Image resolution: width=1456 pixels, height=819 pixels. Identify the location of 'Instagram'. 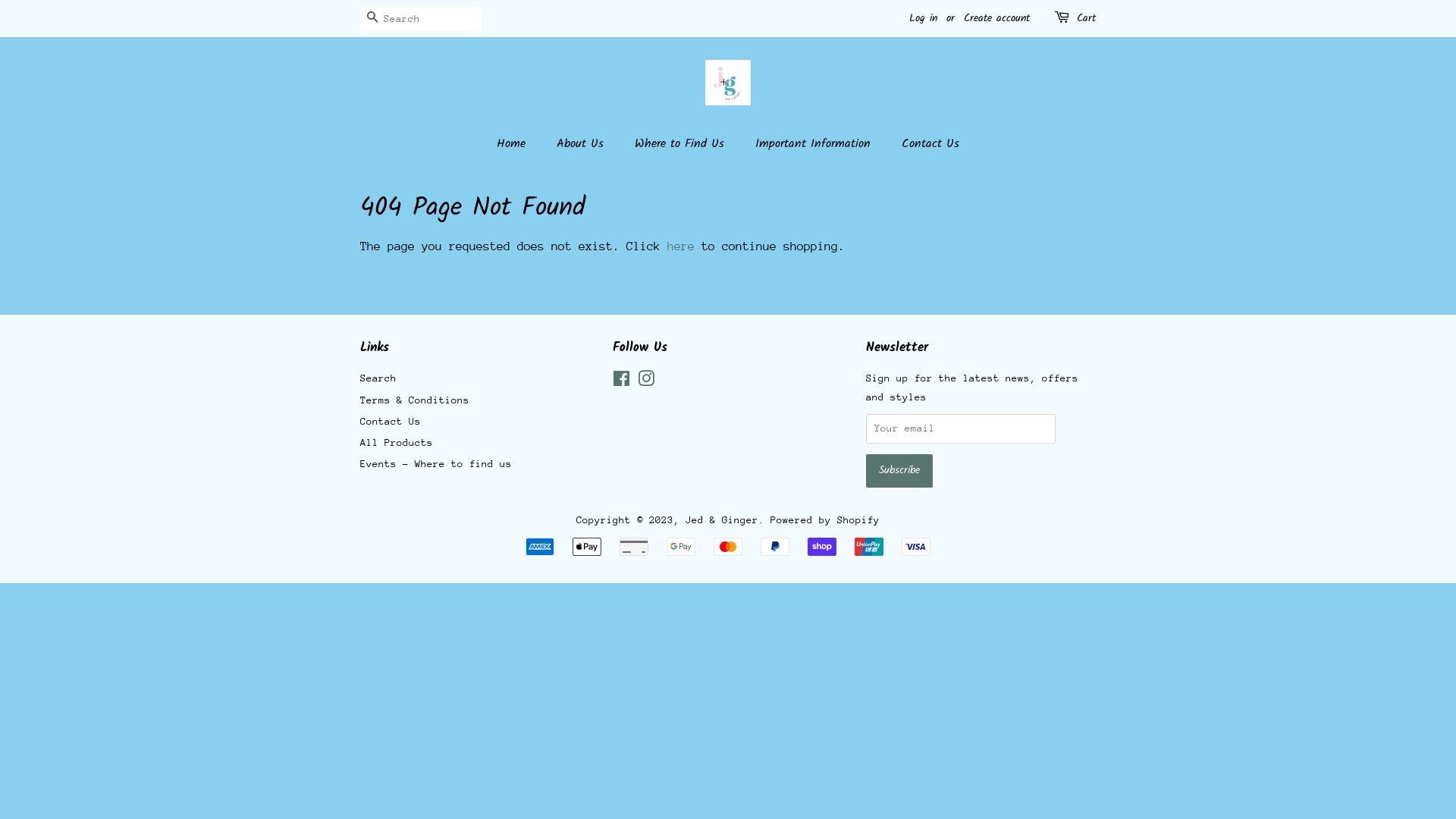
(645, 381).